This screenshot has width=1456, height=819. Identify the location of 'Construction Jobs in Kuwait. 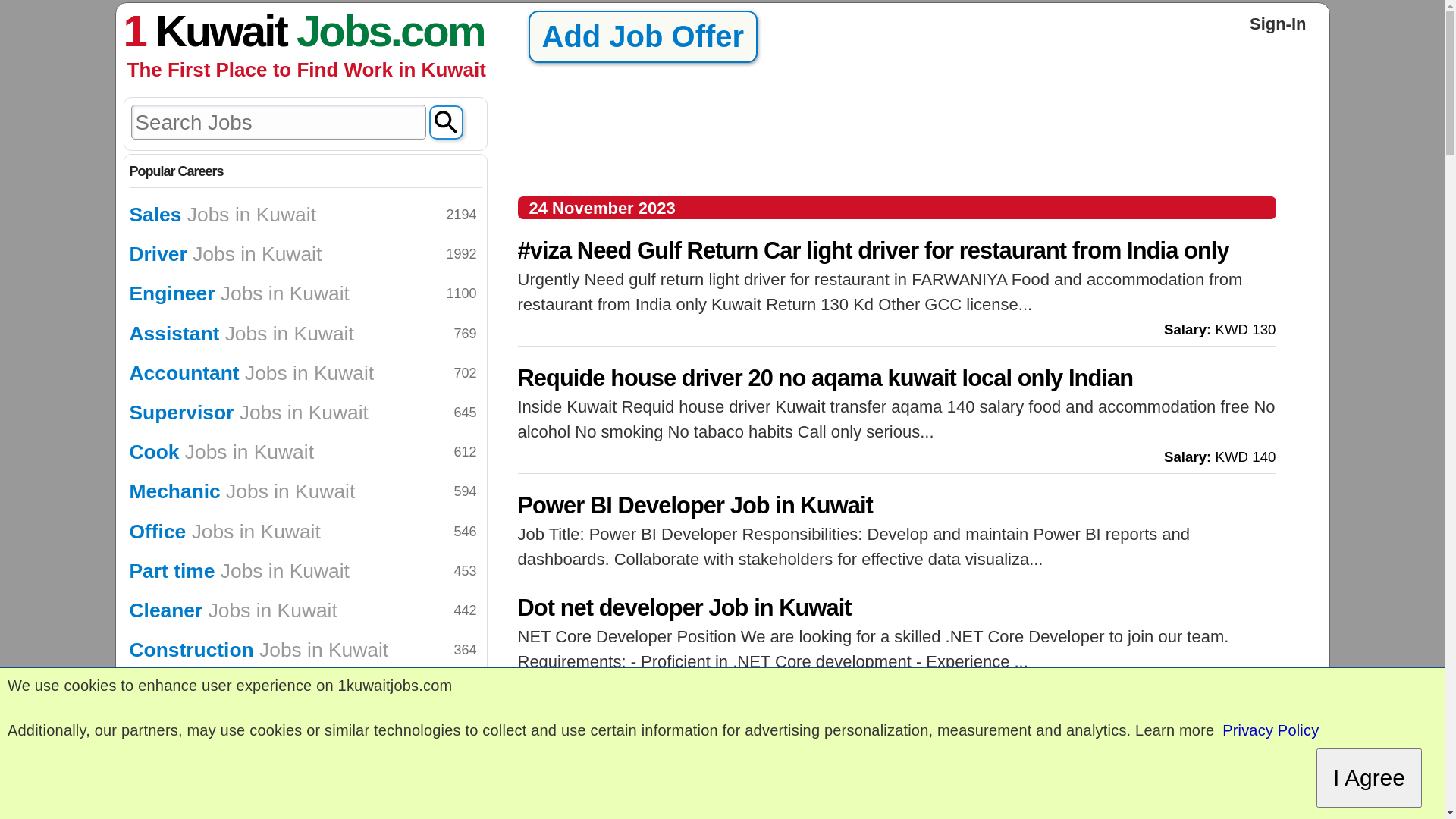
(304, 648).